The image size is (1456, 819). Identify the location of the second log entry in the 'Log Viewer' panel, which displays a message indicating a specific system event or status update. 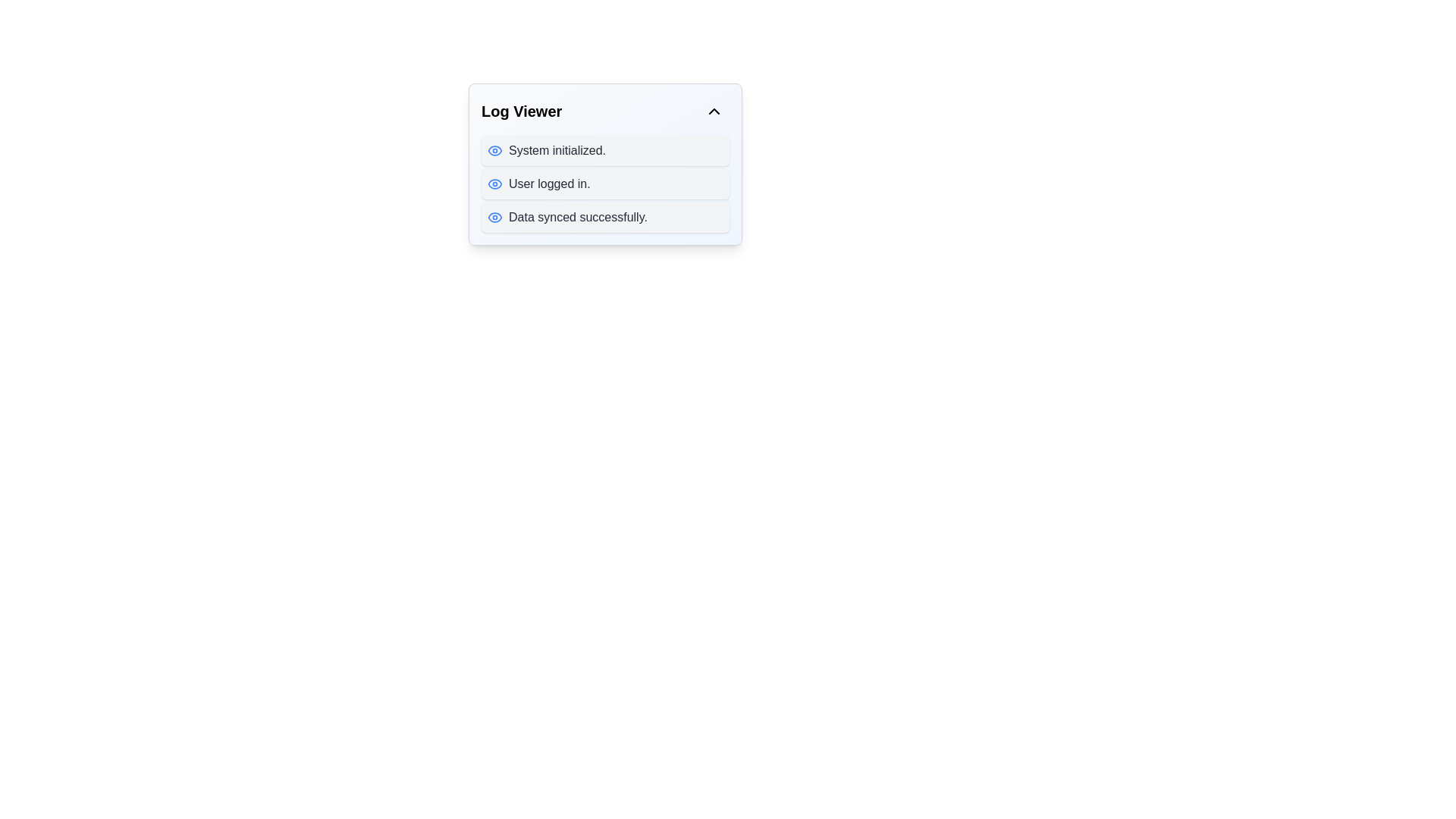
(548, 184).